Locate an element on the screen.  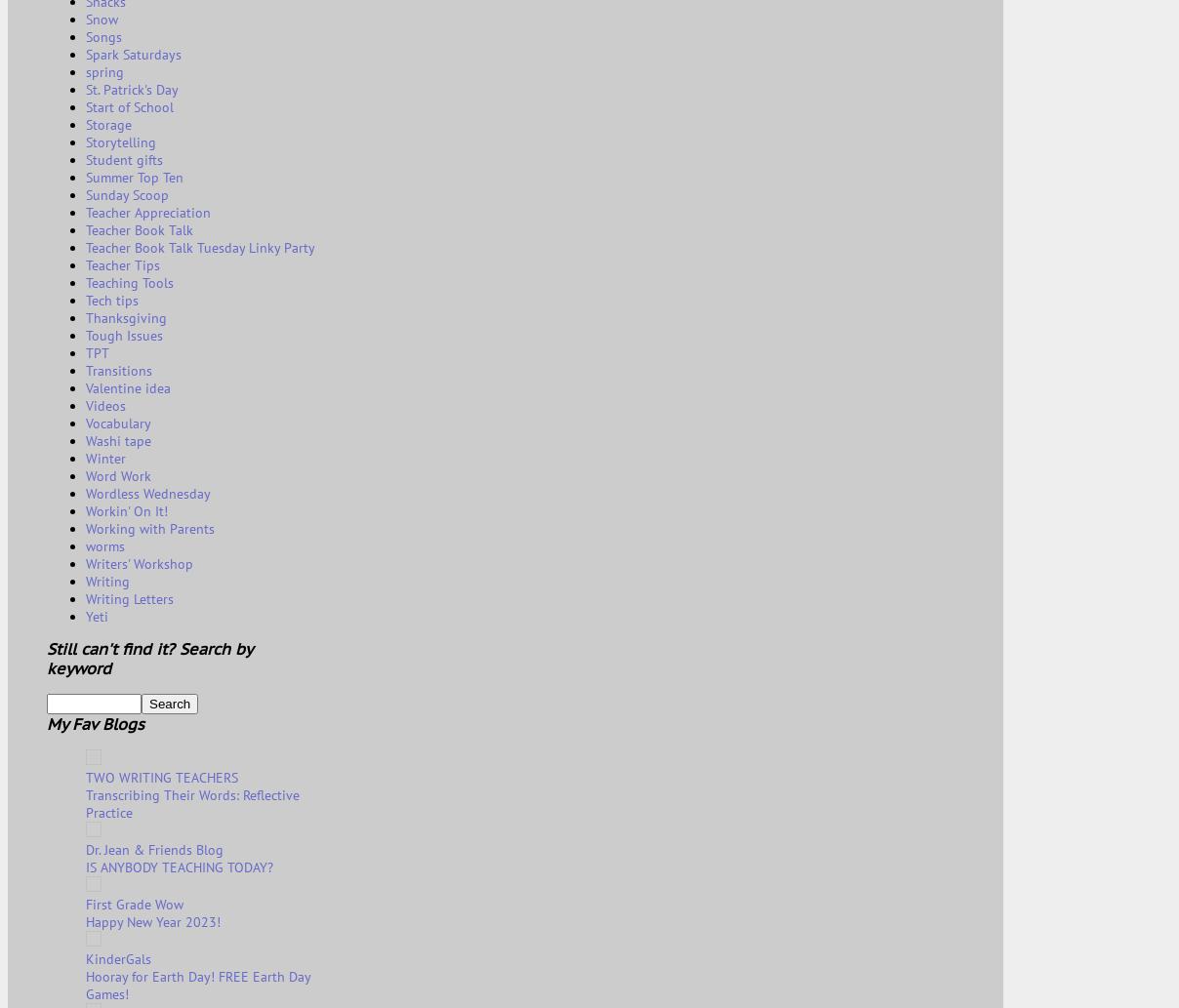
'Washi tape' is located at coordinates (117, 441).